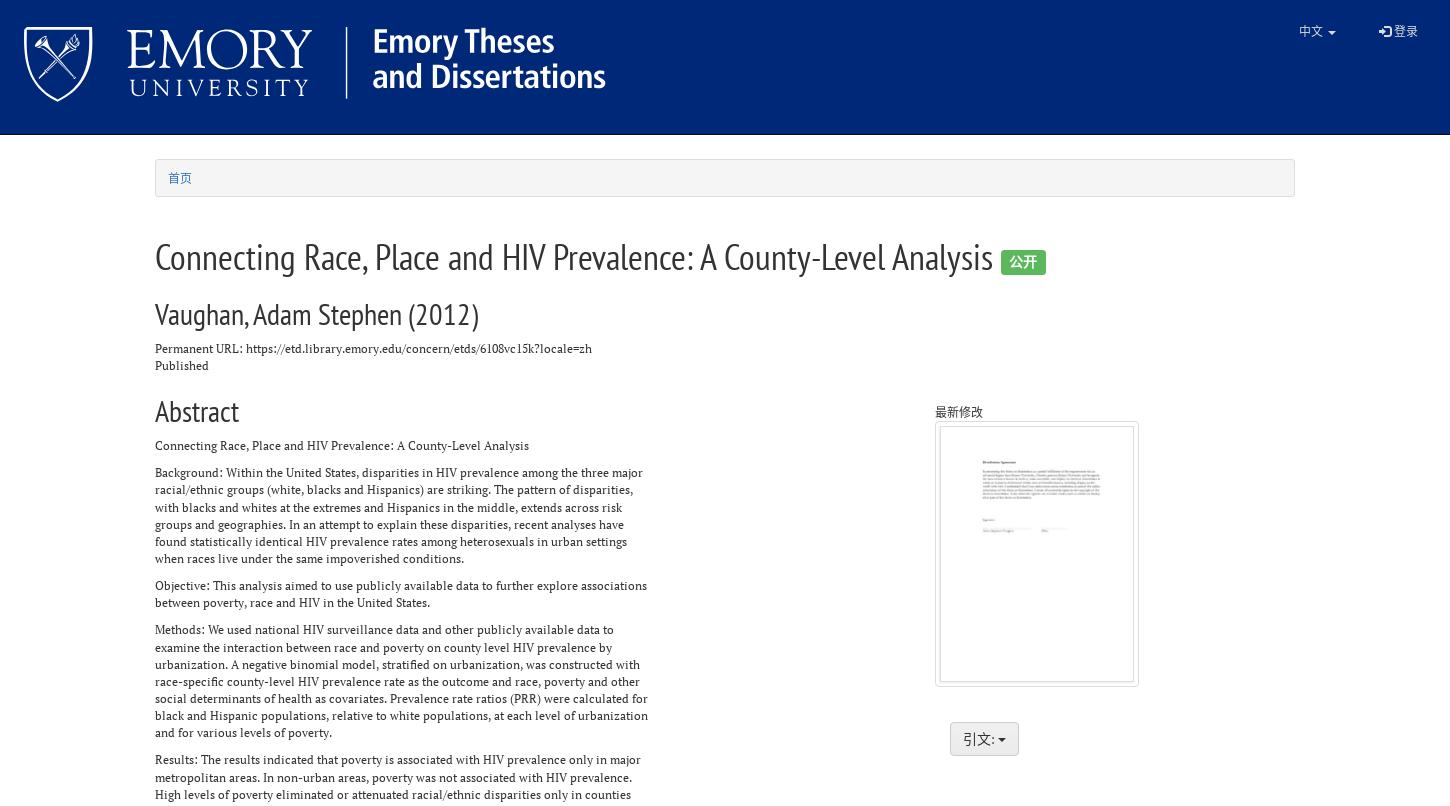  What do you see at coordinates (400, 698) in the screenshot?
I see `'social determinants of health as covariates. Prevalence rate ratios
(PRR) were calculated for'` at bounding box center [400, 698].